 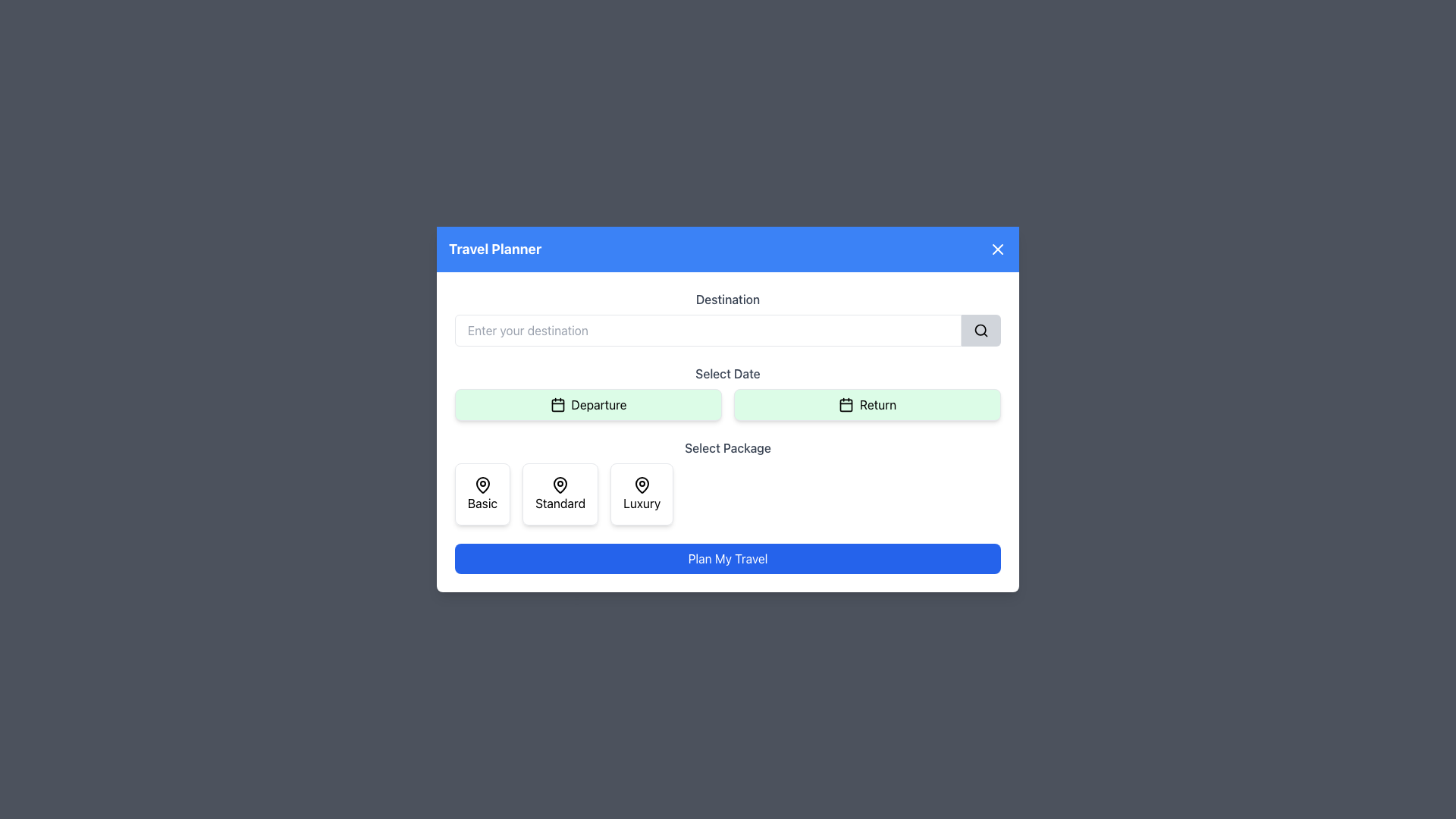 What do you see at coordinates (560, 494) in the screenshot?
I see `the 'Standard' button, which features a white background, a black map pin icon, and changes border color on hover` at bounding box center [560, 494].